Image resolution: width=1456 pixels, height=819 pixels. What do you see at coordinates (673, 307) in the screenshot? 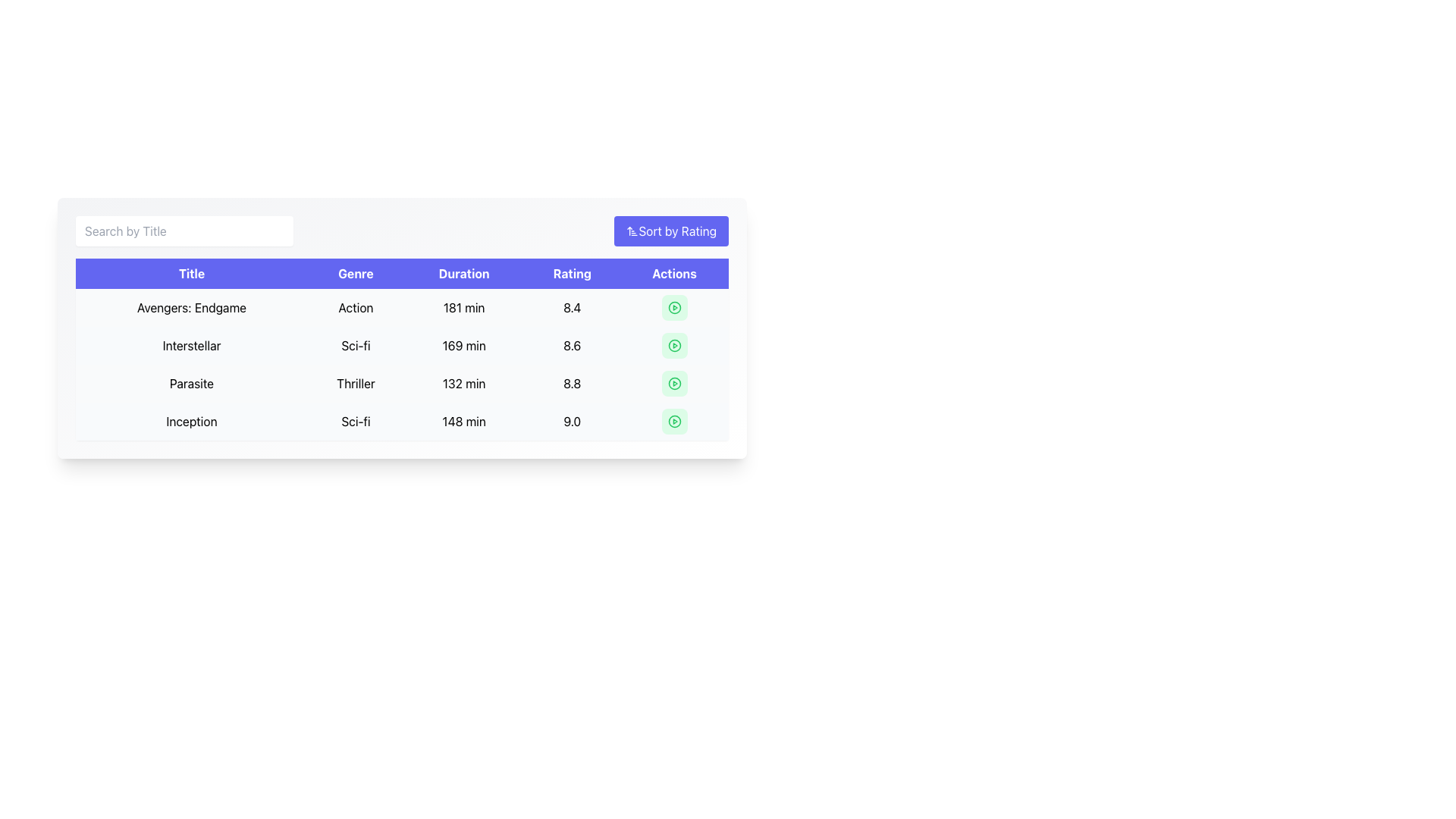
I see `the play button located in the 'Actions' column of the first row of the table adjacent to the 'Rating' column for the movie 'Avengers: Endgame'` at bounding box center [673, 307].